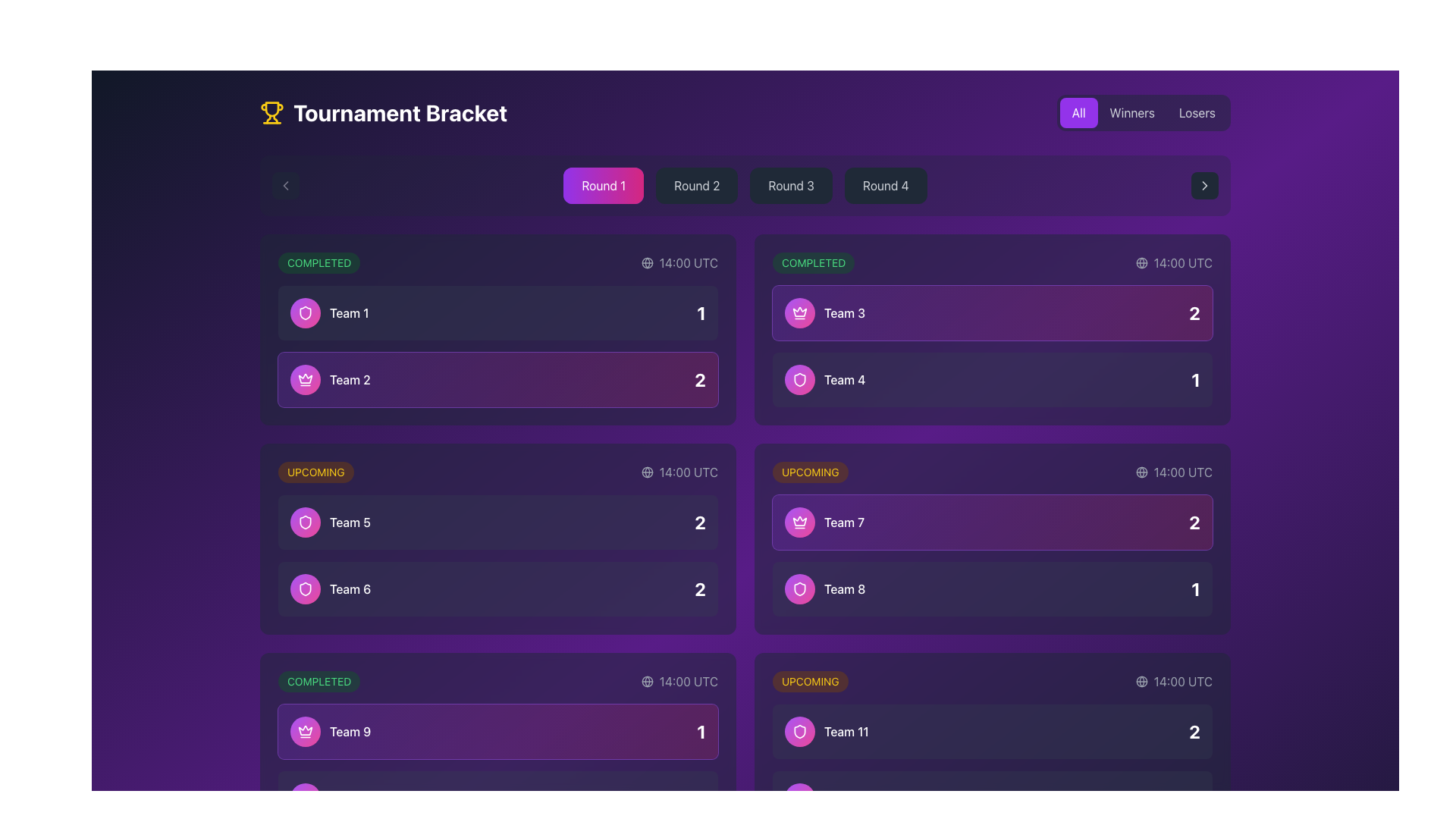 This screenshot has height=819, width=1456. Describe the element at coordinates (824, 522) in the screenshot. I see `text of the team name label located in the second row of the right column, positioned to the right of a circular gradient icon with a crown` at that location.